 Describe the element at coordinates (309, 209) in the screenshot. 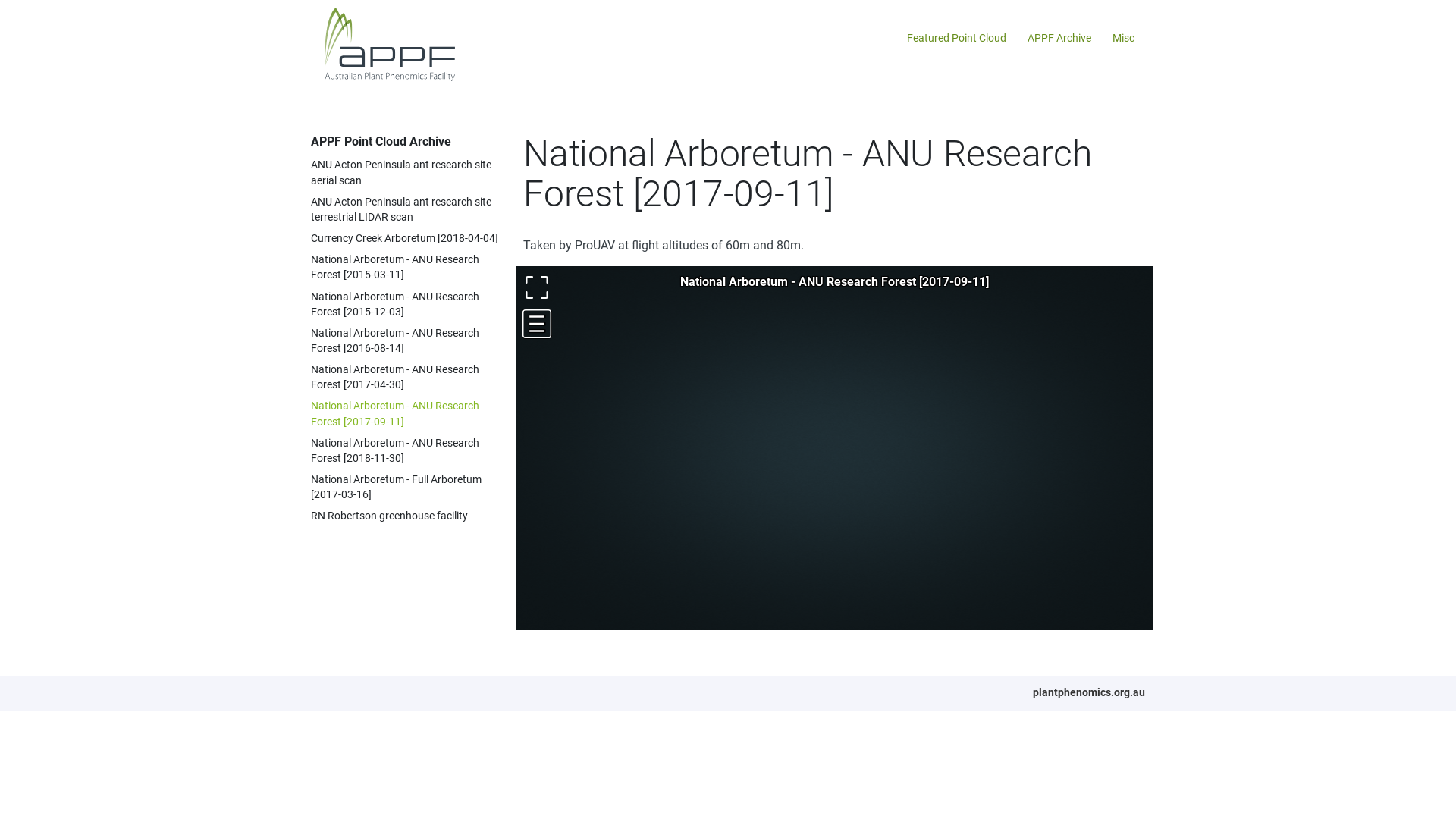

I see `'ANU Acton Peninsula ant research site terrestrial LIDAR scan'` at that location.